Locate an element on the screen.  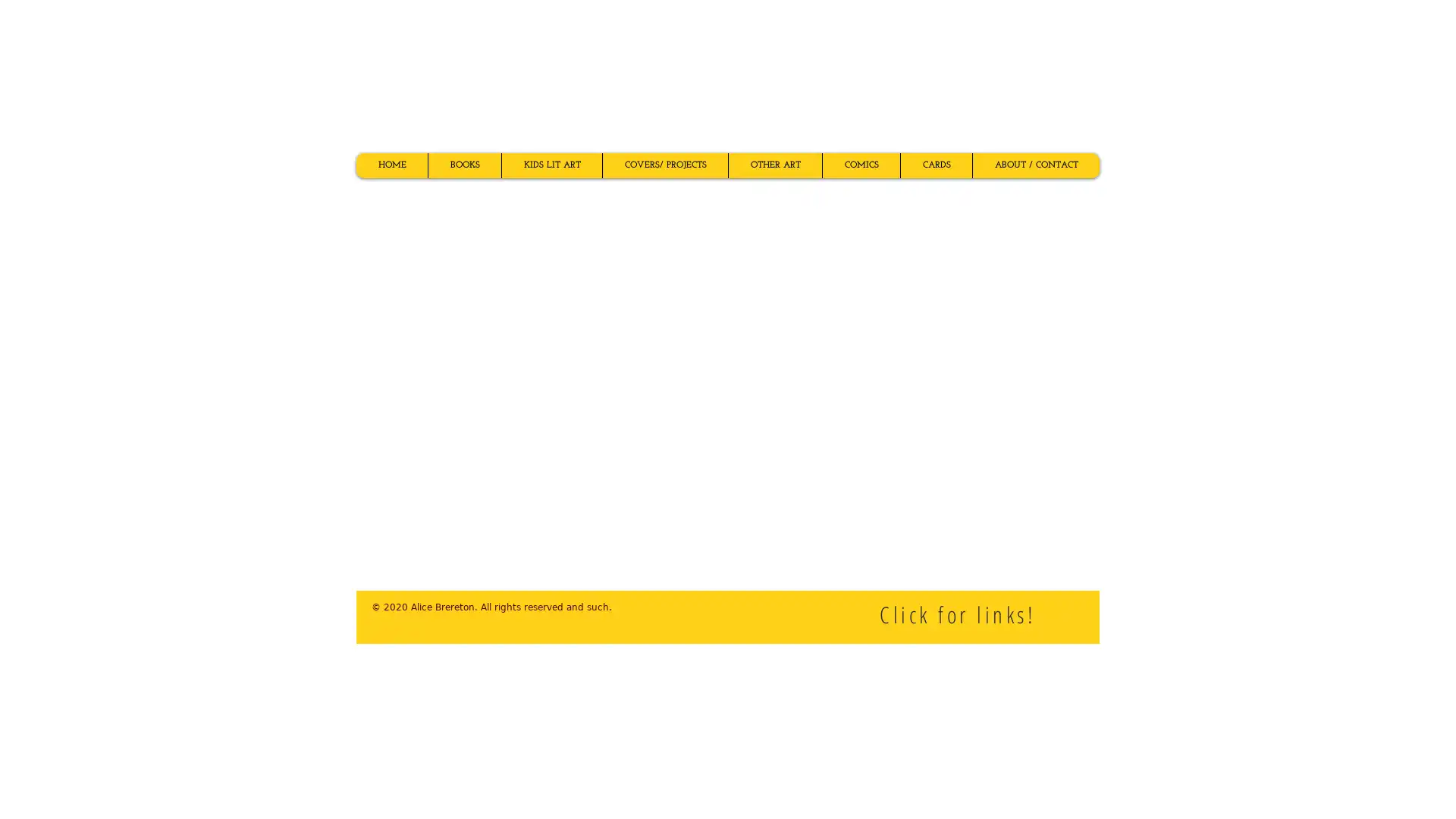
play forward is located at coordinates (1081, 403).